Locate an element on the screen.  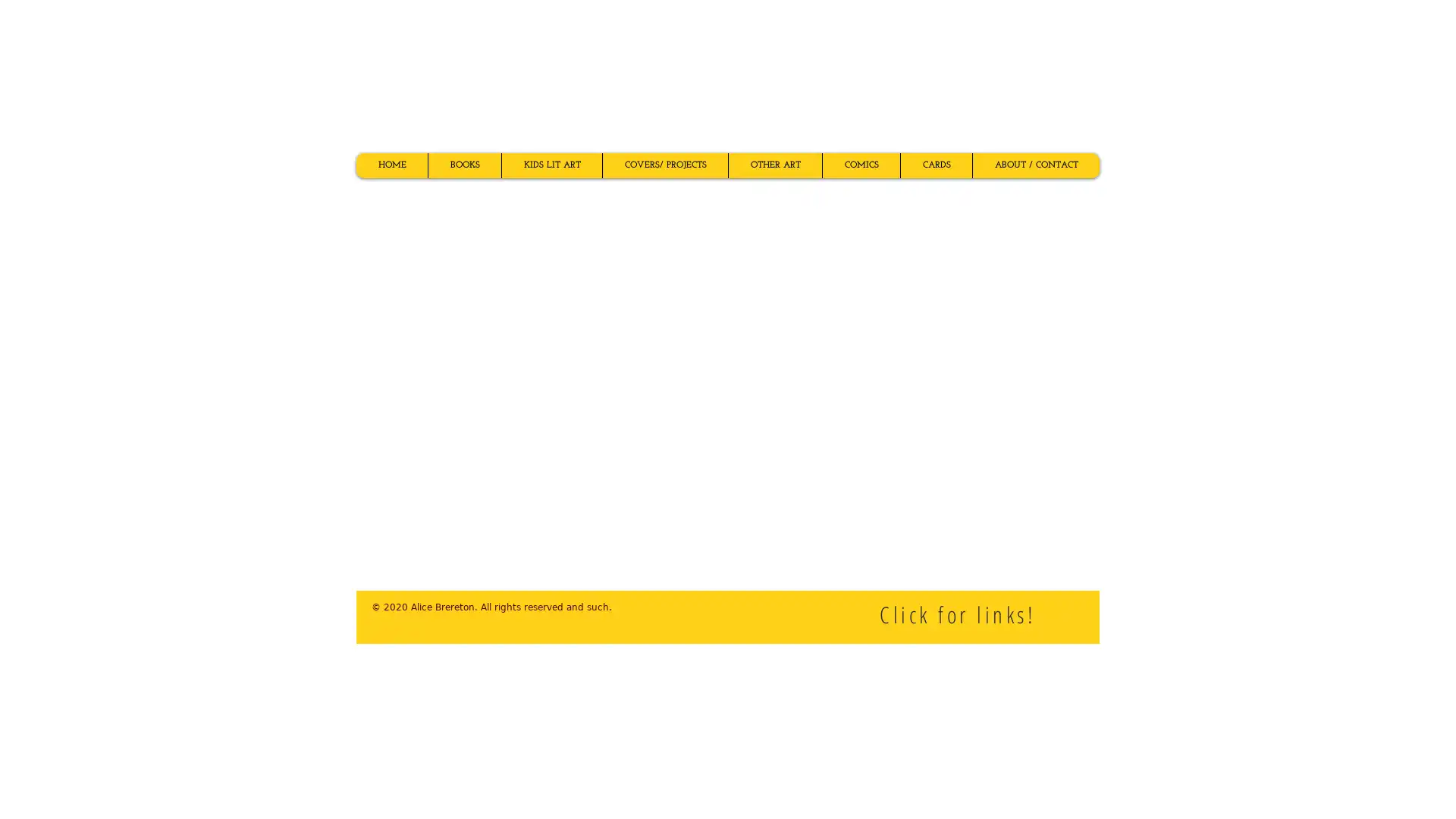
play forward is located at coordinates (1081, 403).